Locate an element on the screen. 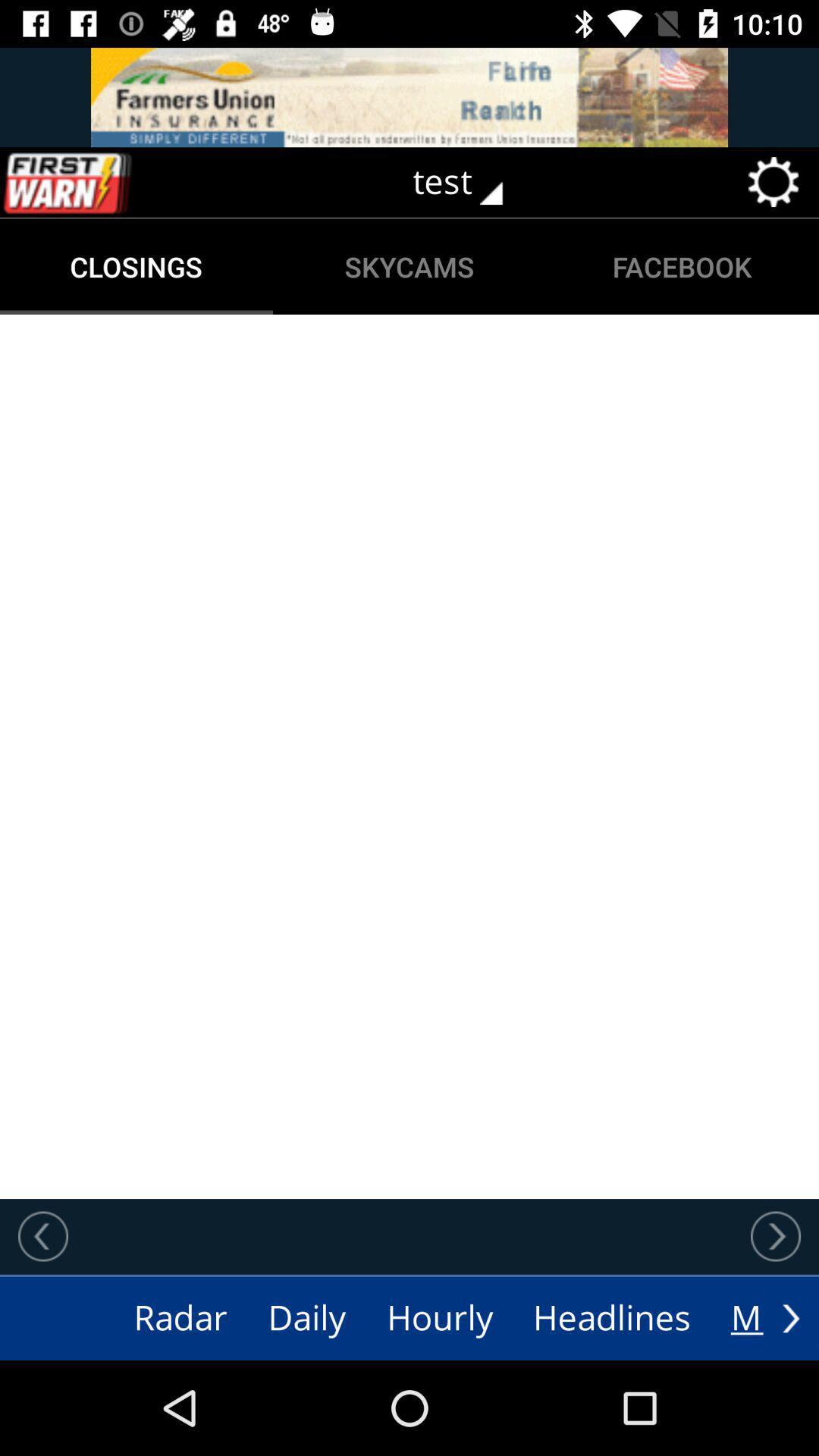 The width and height of the screenshot is (819, 1456). the icon to the left of test is located at coordinates (99, 182).